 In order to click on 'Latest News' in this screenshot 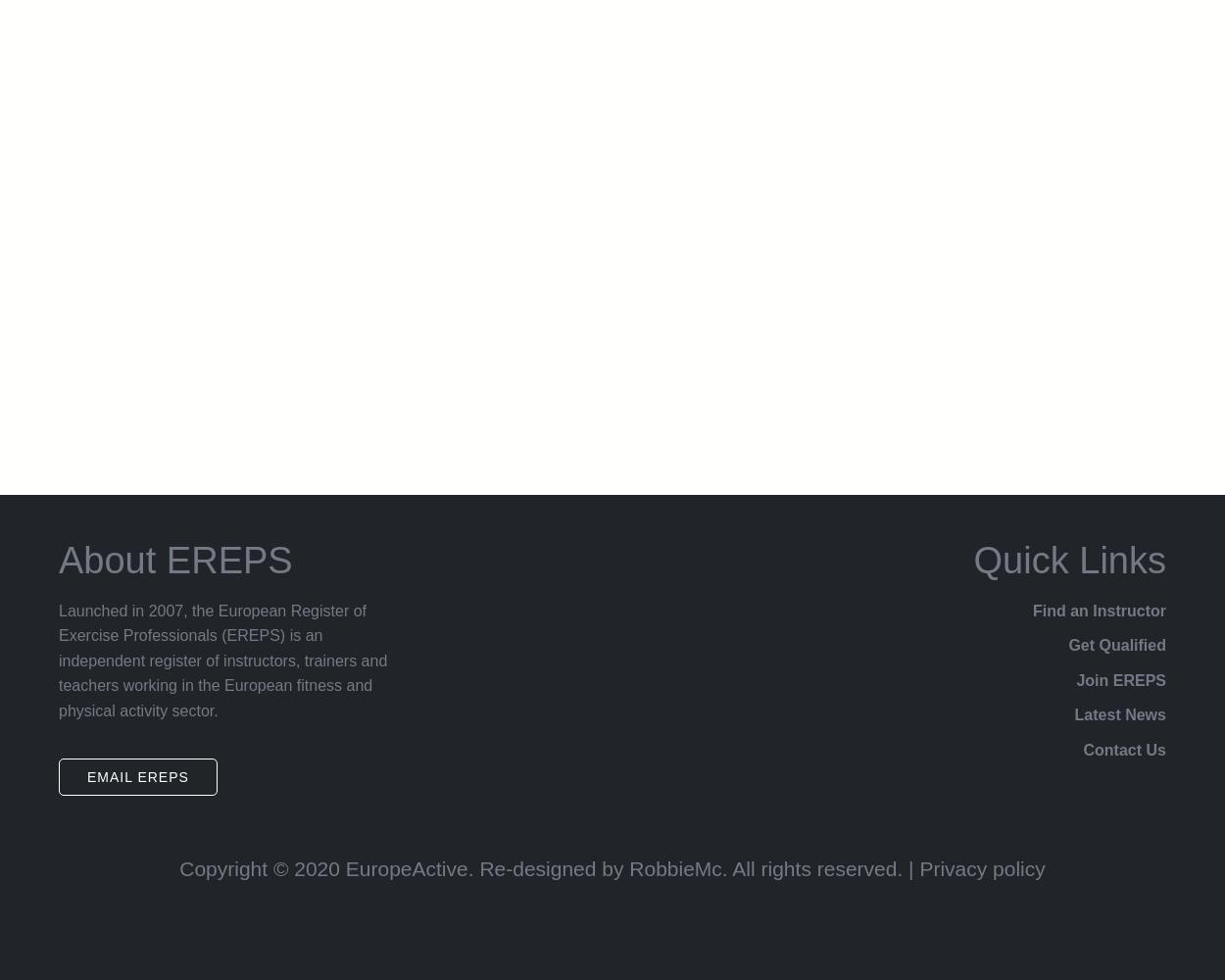, I will do `click(1119, 713)`.